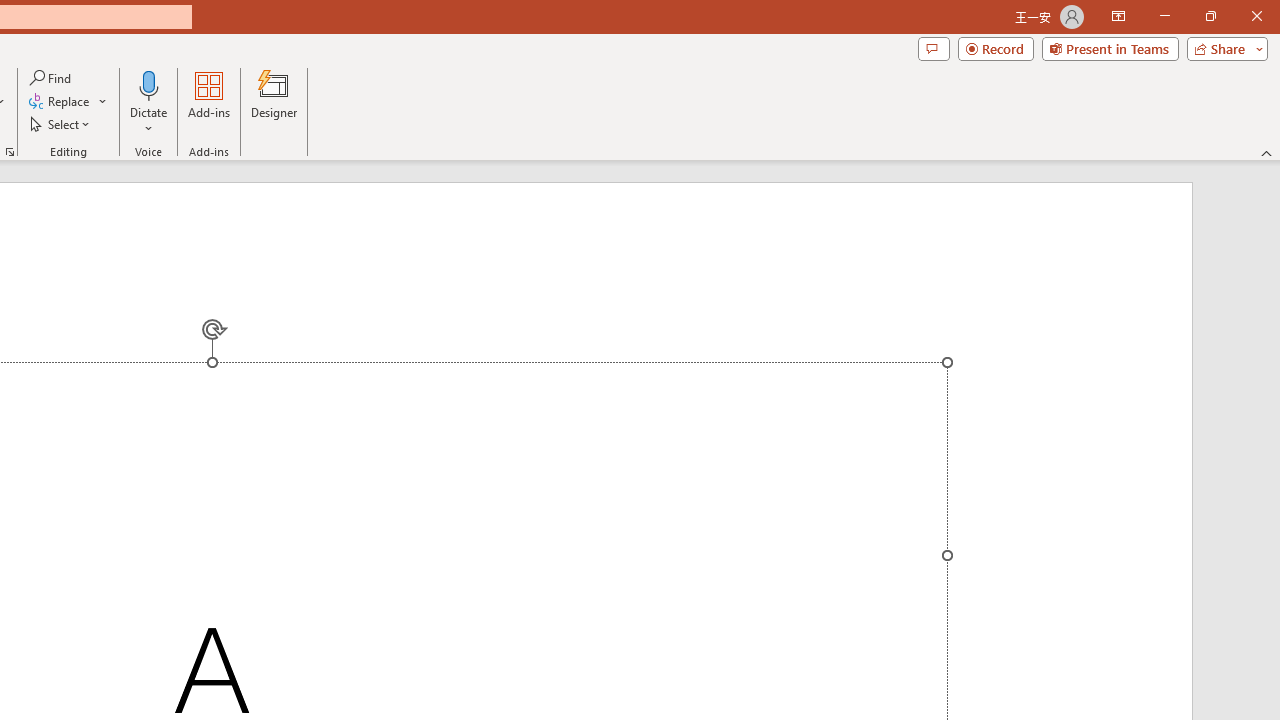  Describe the element at coordinates (1222, 47) in the screenshot. I see `'Share'` at that location.